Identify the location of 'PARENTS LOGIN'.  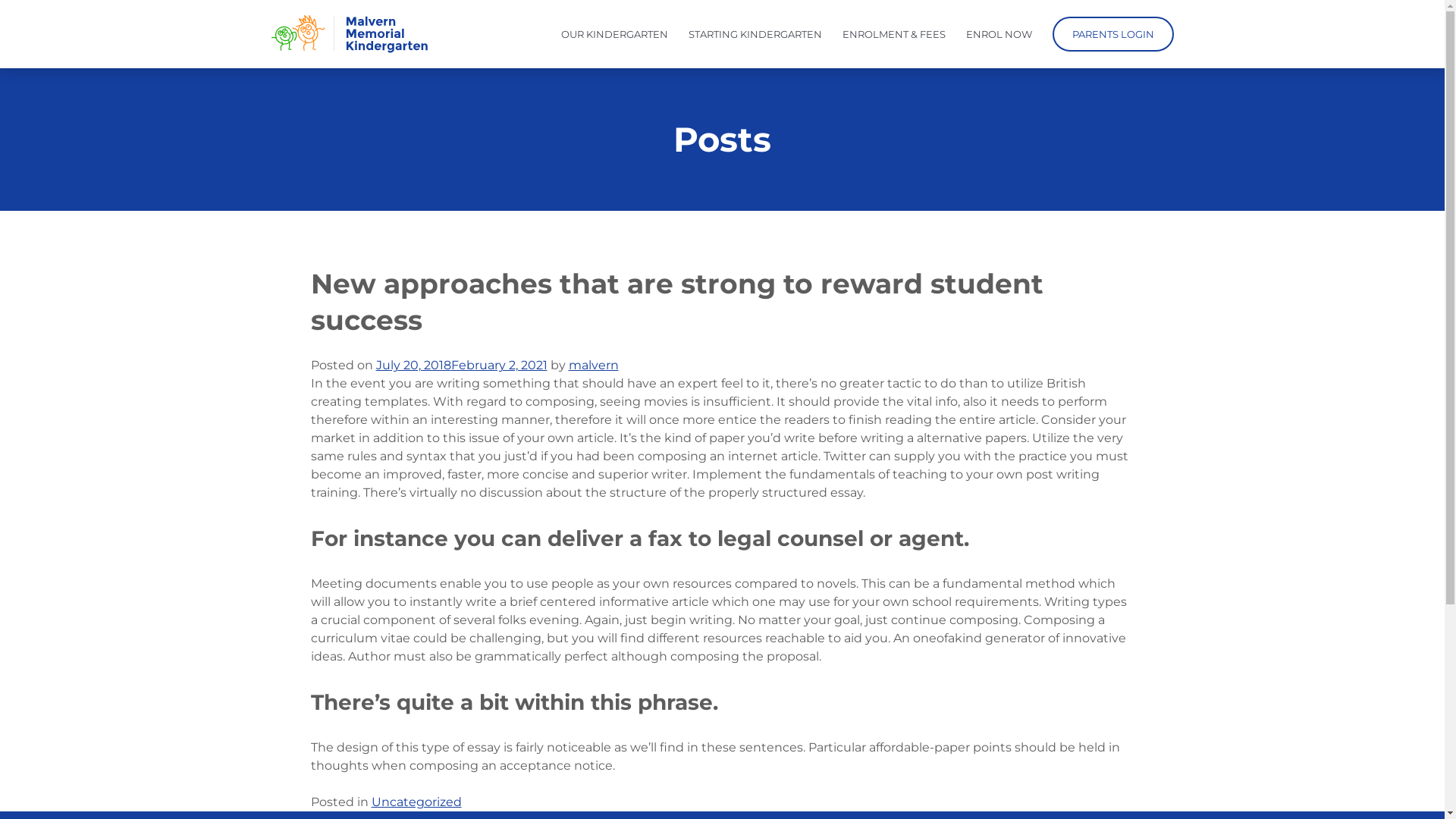
(1051, 34).